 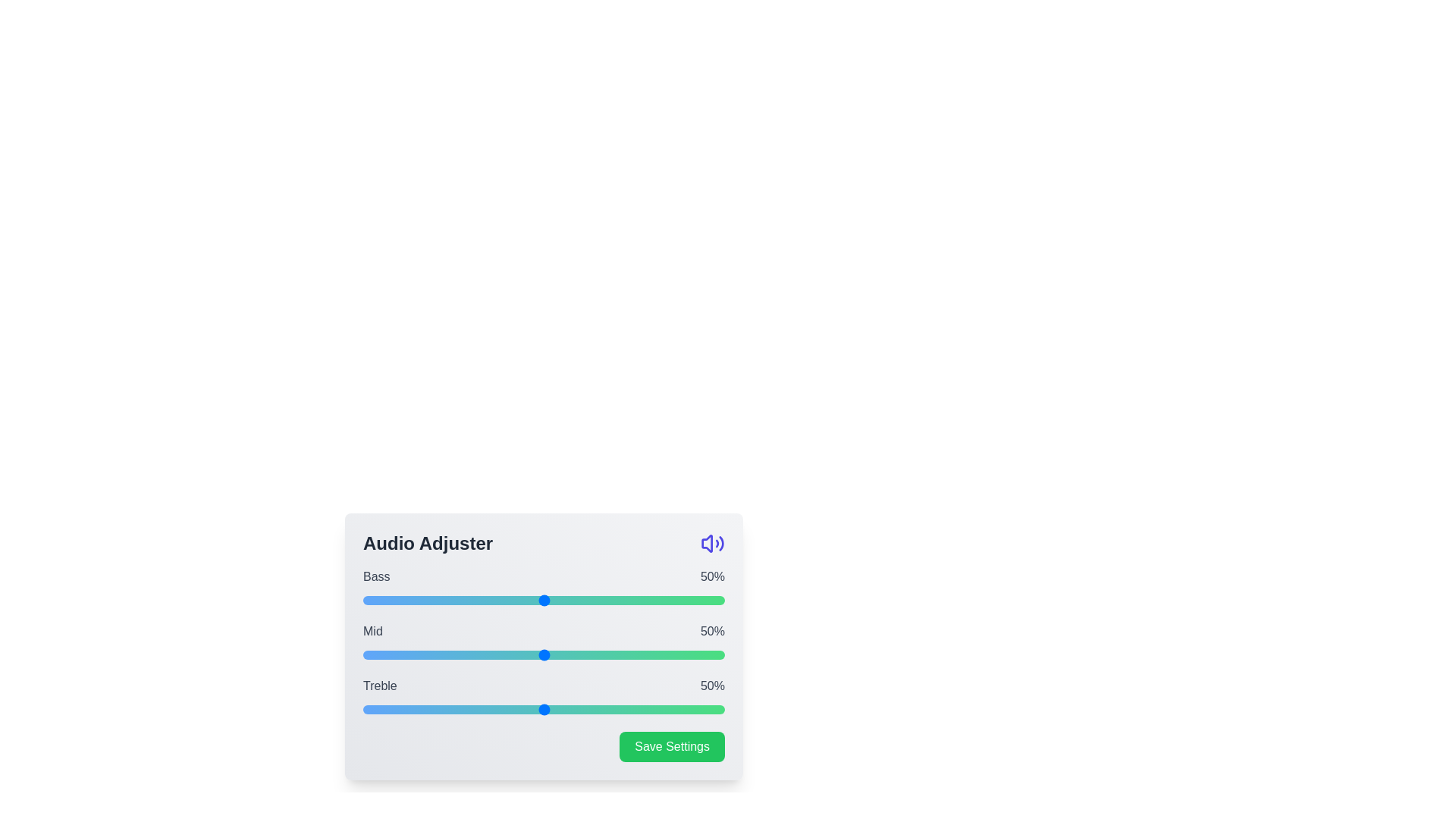 I want to click on the volume icon to interact with it, so click(x=712, y=543).